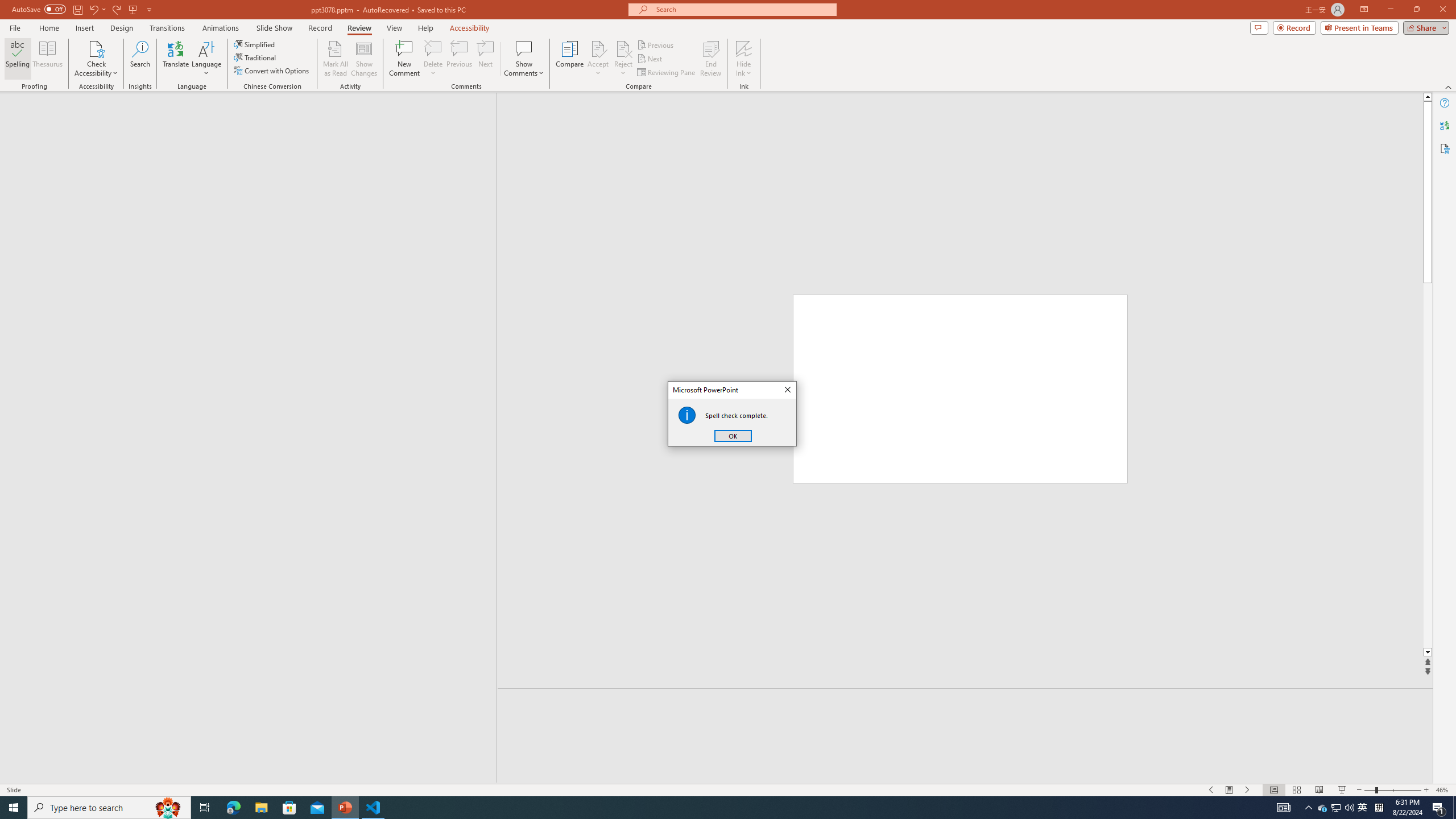 This screenshot has width=1456, height=819. What do you see at coordinates (47, 59) in the screenshot?
I see `'Thesaurus...'` at bounding box center [47, 59].